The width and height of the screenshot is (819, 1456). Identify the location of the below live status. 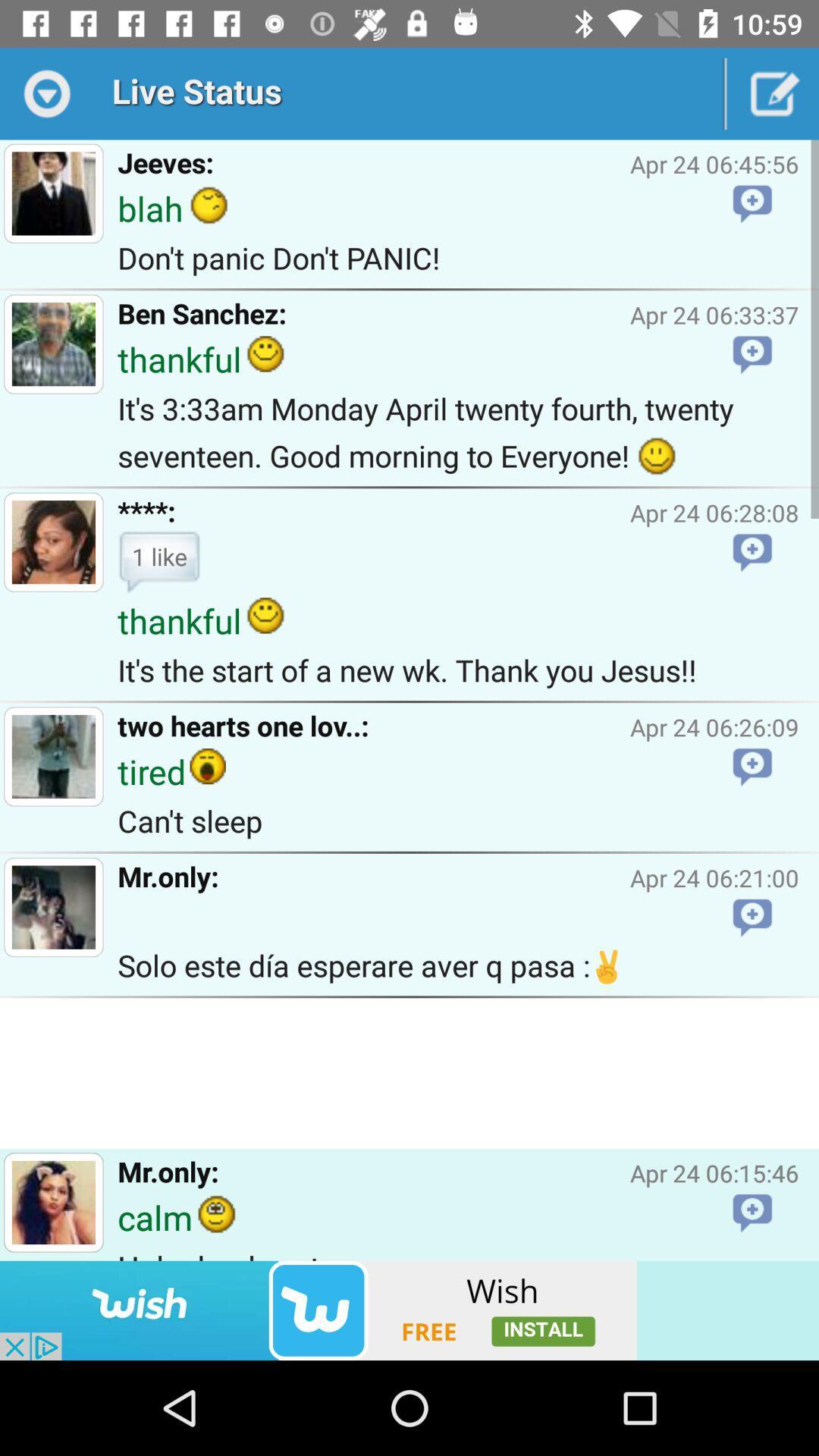
(52, 193).